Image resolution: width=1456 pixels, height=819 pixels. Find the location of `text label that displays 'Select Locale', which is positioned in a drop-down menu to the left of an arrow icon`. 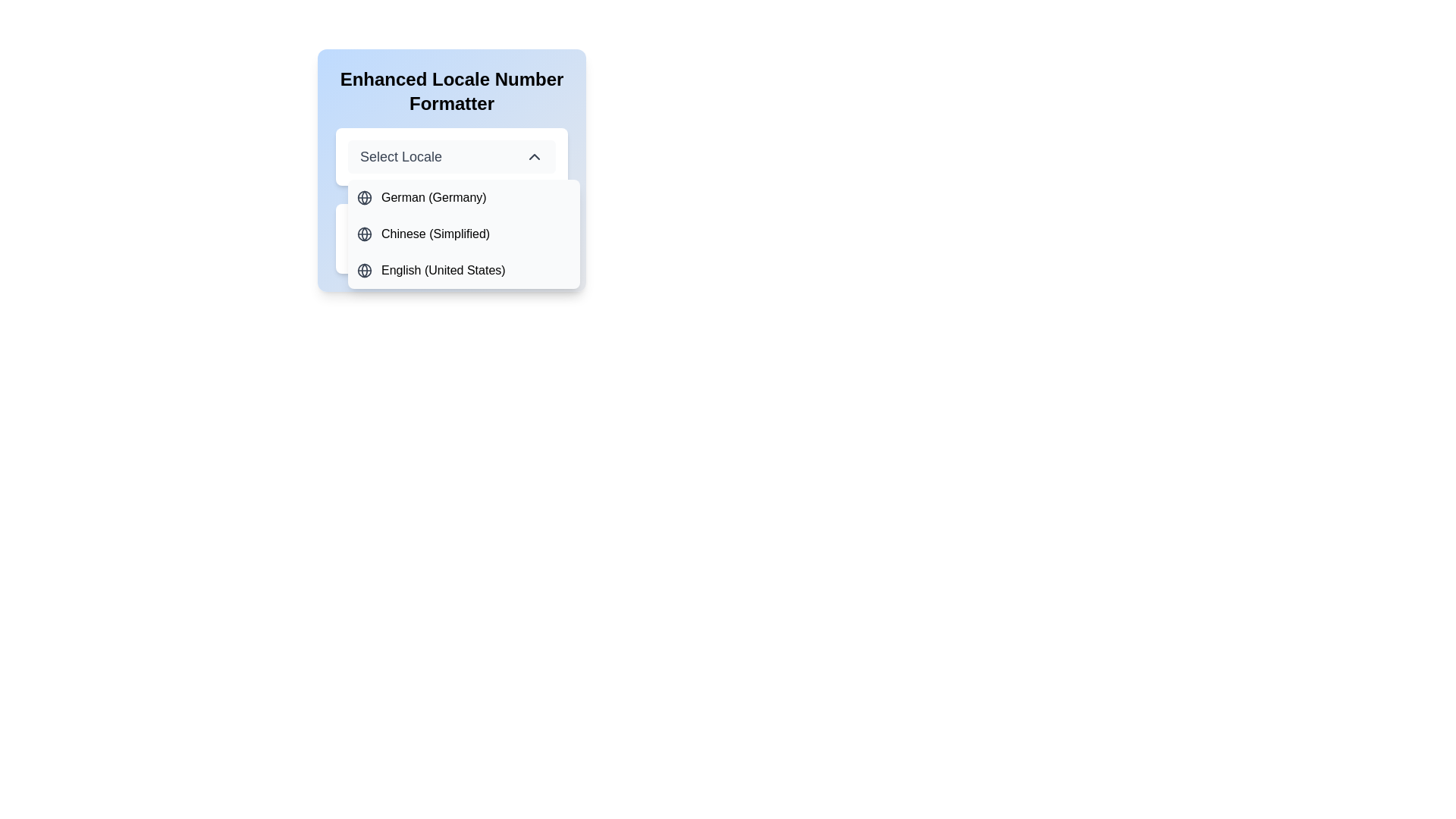

text label that displays 'Select Locale', which is positioned in a drop-down menu to the left of an arrow icon is located at coordinates (400, 157).